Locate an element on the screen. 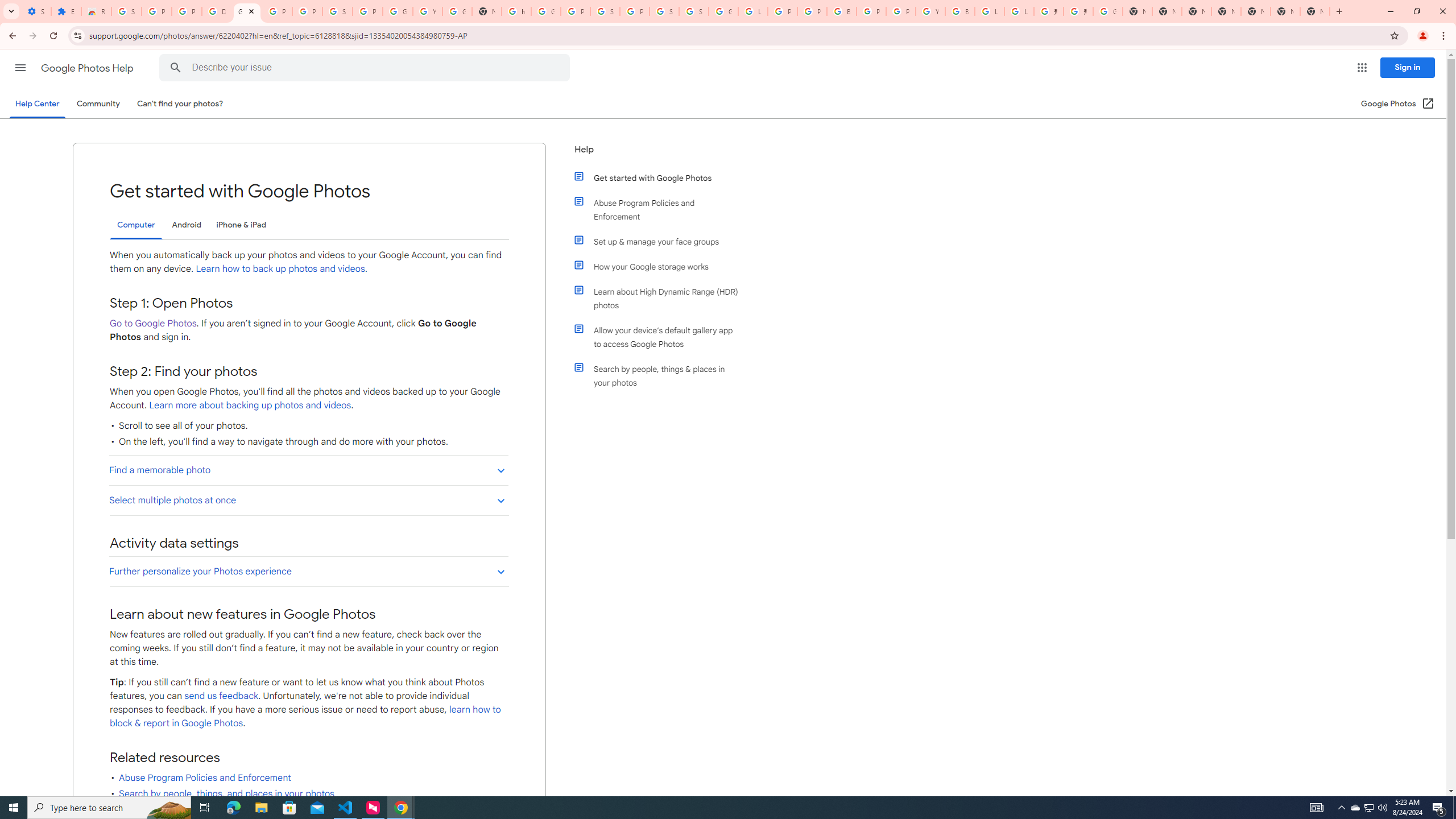  'YouTube' is located at coordinates (929, 11).